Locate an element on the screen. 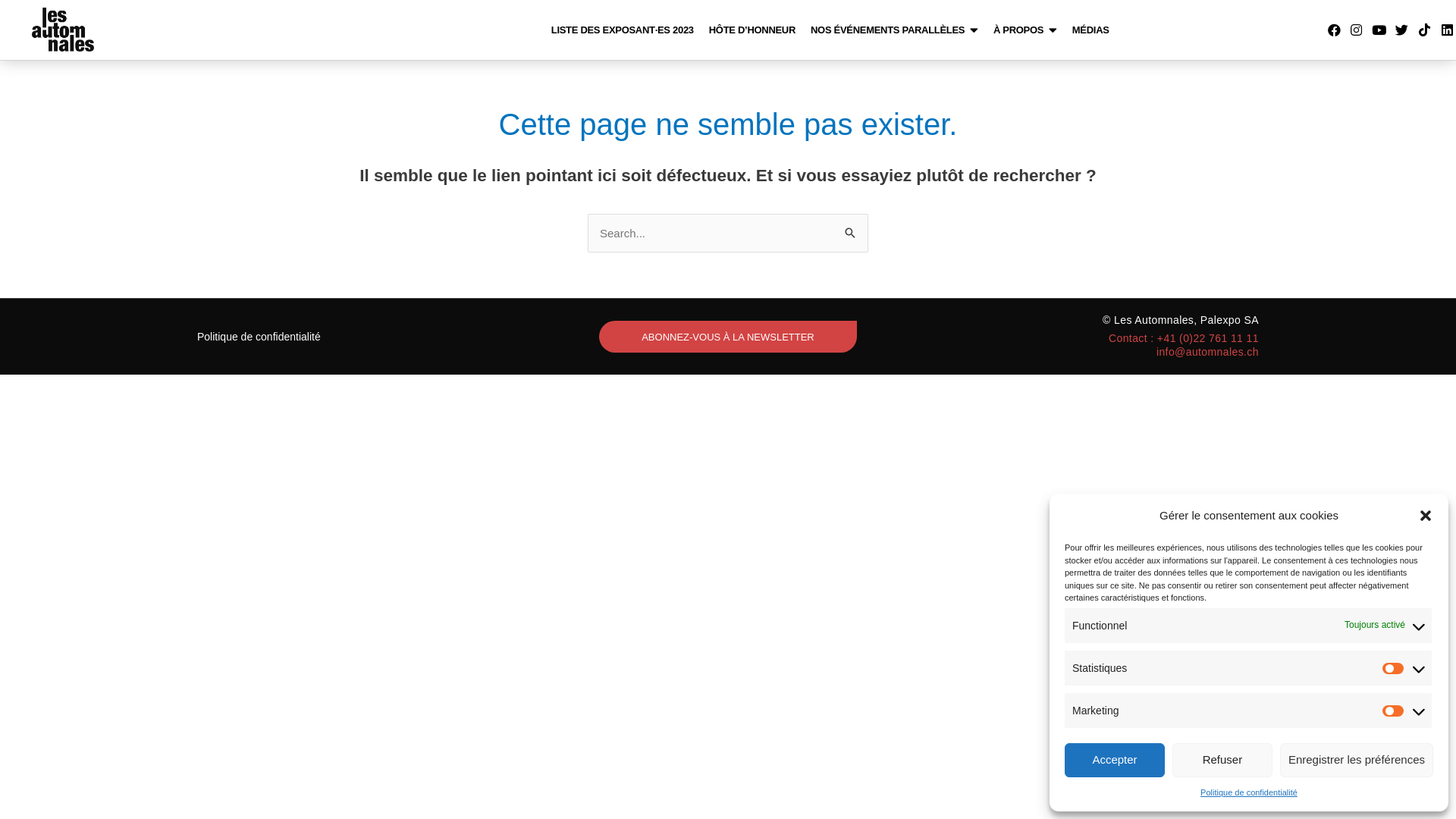 The image size is (1456, 819). 'Youtube' is located at coordinates (1379, 30).